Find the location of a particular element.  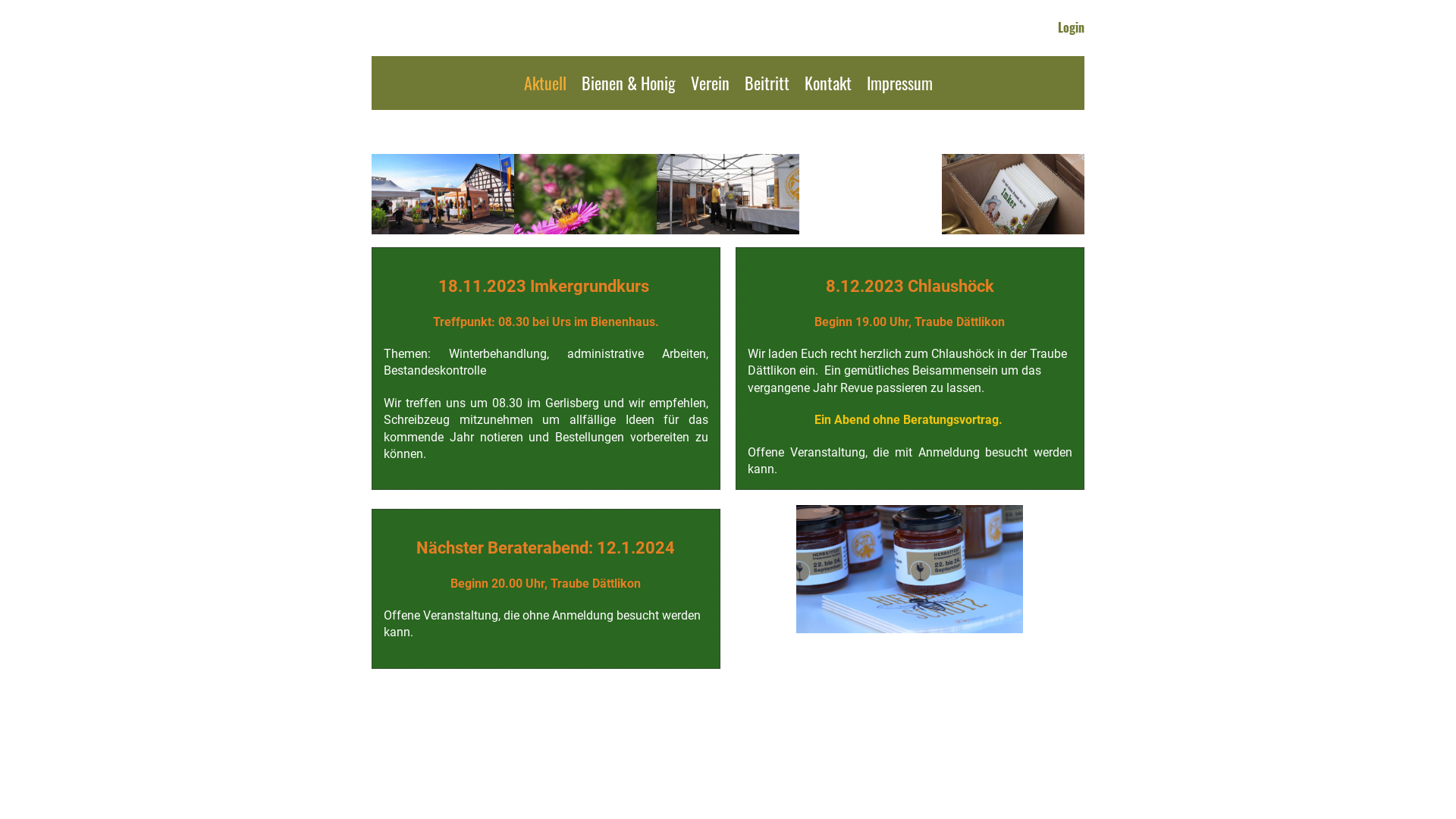

'Impressum' is located at coordinates (899, 83).